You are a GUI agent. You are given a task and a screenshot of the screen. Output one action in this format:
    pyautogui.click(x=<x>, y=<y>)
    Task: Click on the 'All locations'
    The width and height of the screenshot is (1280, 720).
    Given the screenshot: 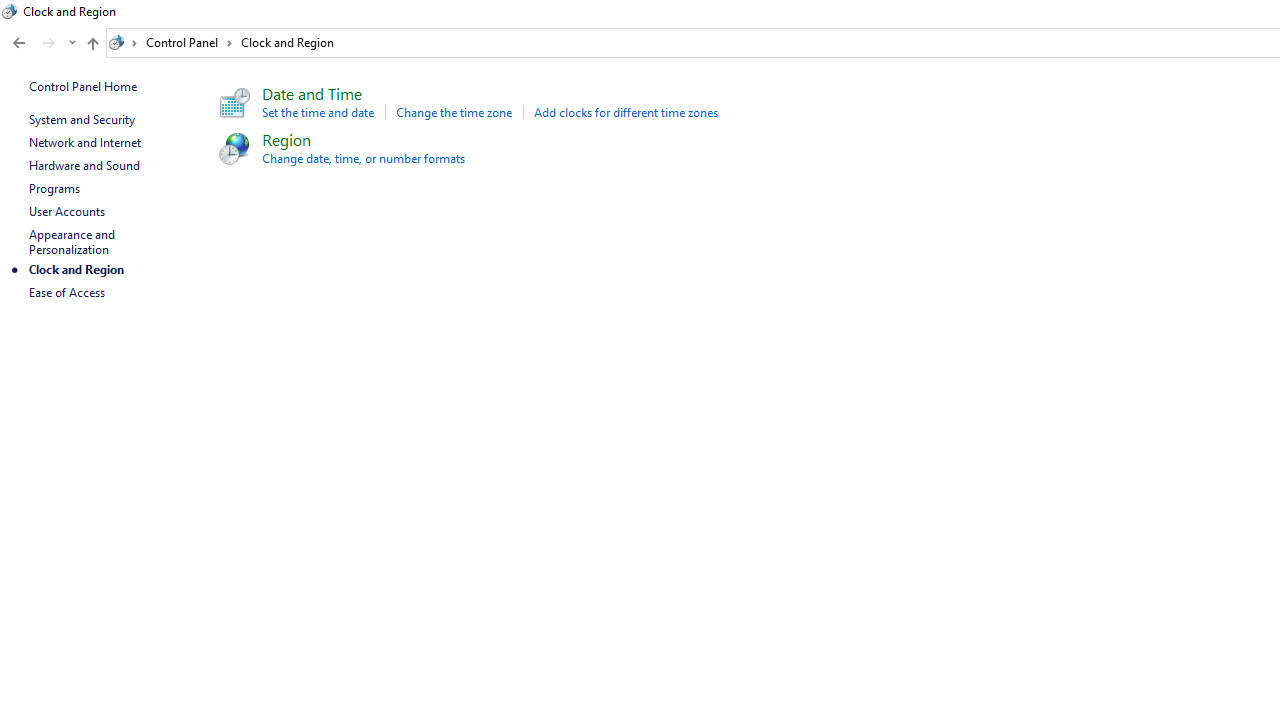 What is the action you would take?
    pyautogui.click(x=123, y=42)
    